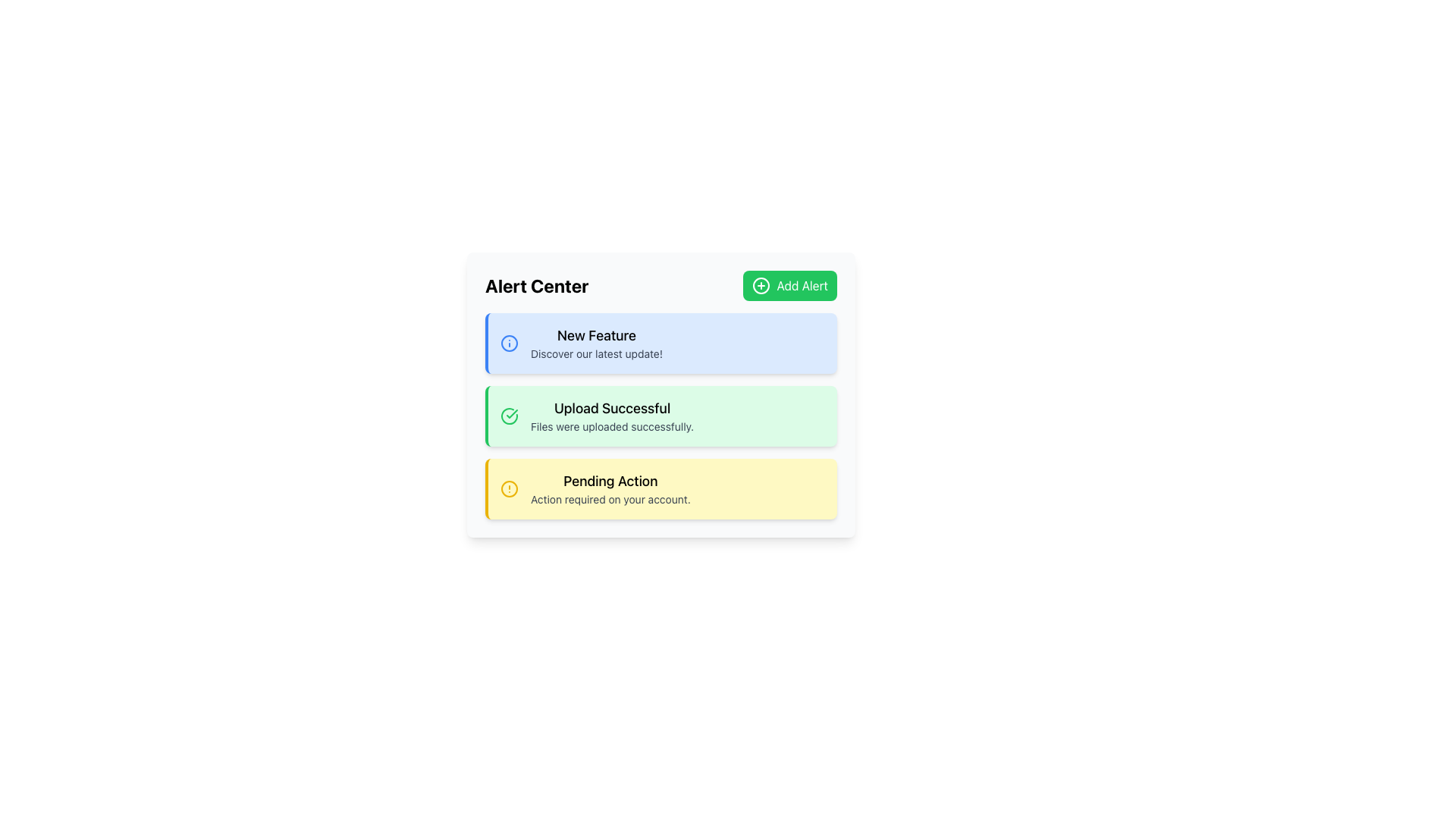  Describe the element at coordinates (761, 286) in the screenshot. I see `the circular SVG element located within the 'Add Alert' button region, which is positioned to the left of the text 'Add Alert' in a green button near the top-right corner of the 'Alert Center' card` at that location.